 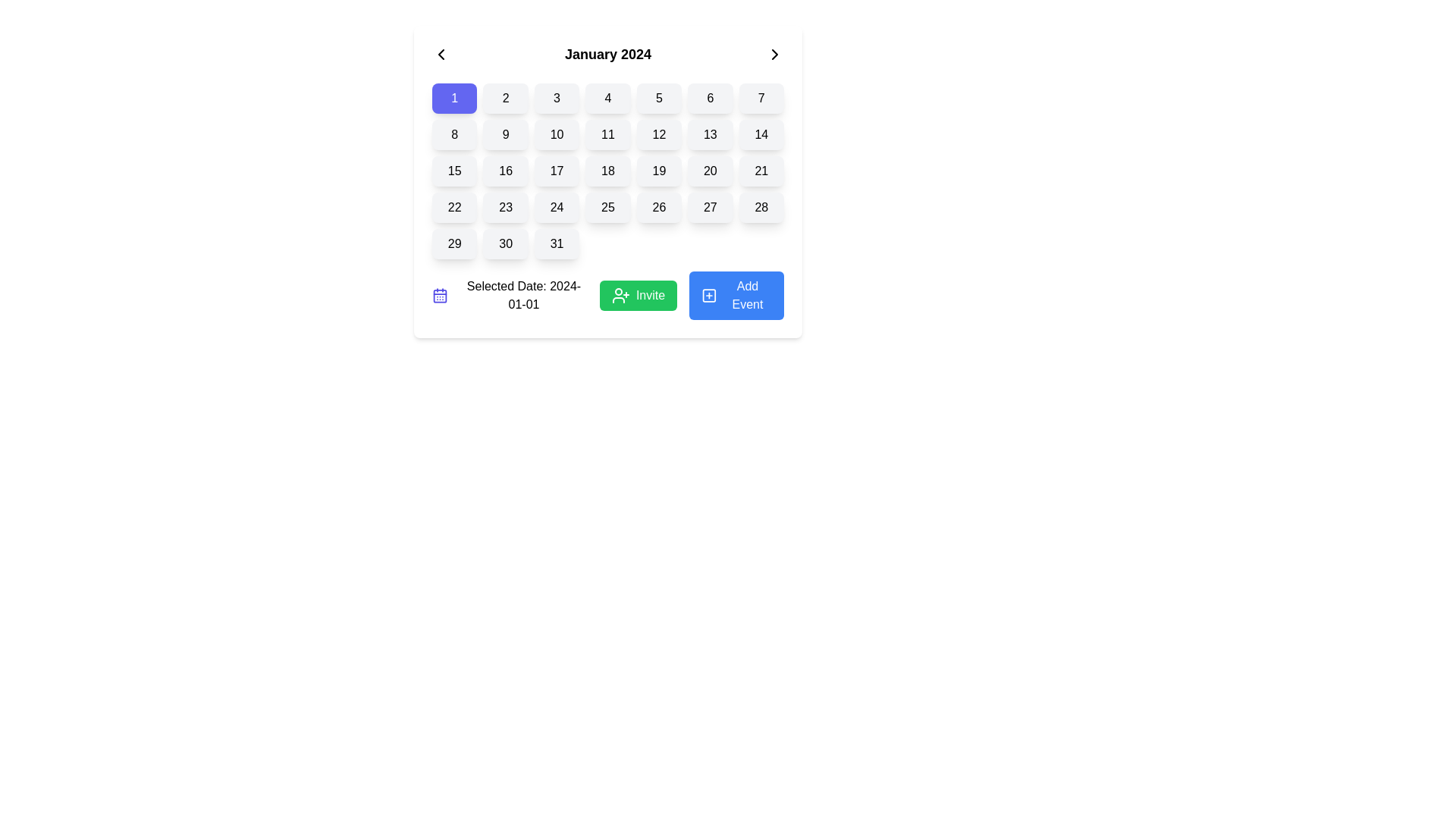 What do you see at coordinates (524, 295) in the screenshot?
I see `the text label that displays the currently selected date in the calendar interface, positioned under the calendar grid and between the calendar icon and the 'Invite' button` at bounding box center [524, 295].